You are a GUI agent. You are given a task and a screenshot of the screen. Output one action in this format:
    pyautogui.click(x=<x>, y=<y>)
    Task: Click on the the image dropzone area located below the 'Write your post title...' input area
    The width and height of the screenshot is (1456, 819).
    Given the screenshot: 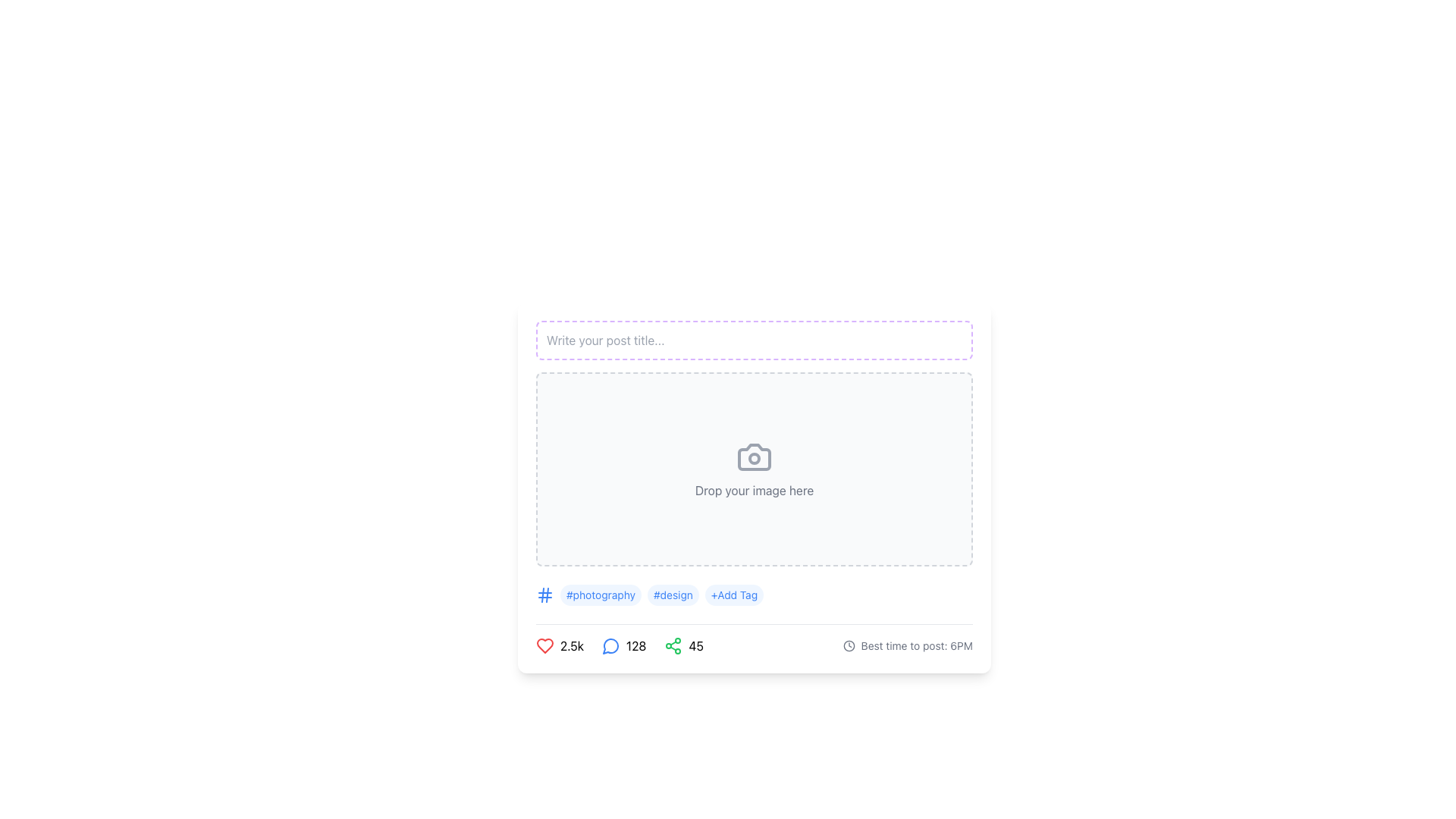 What is the action you would take?
    pyautogui.click(x=754, y=468)
    